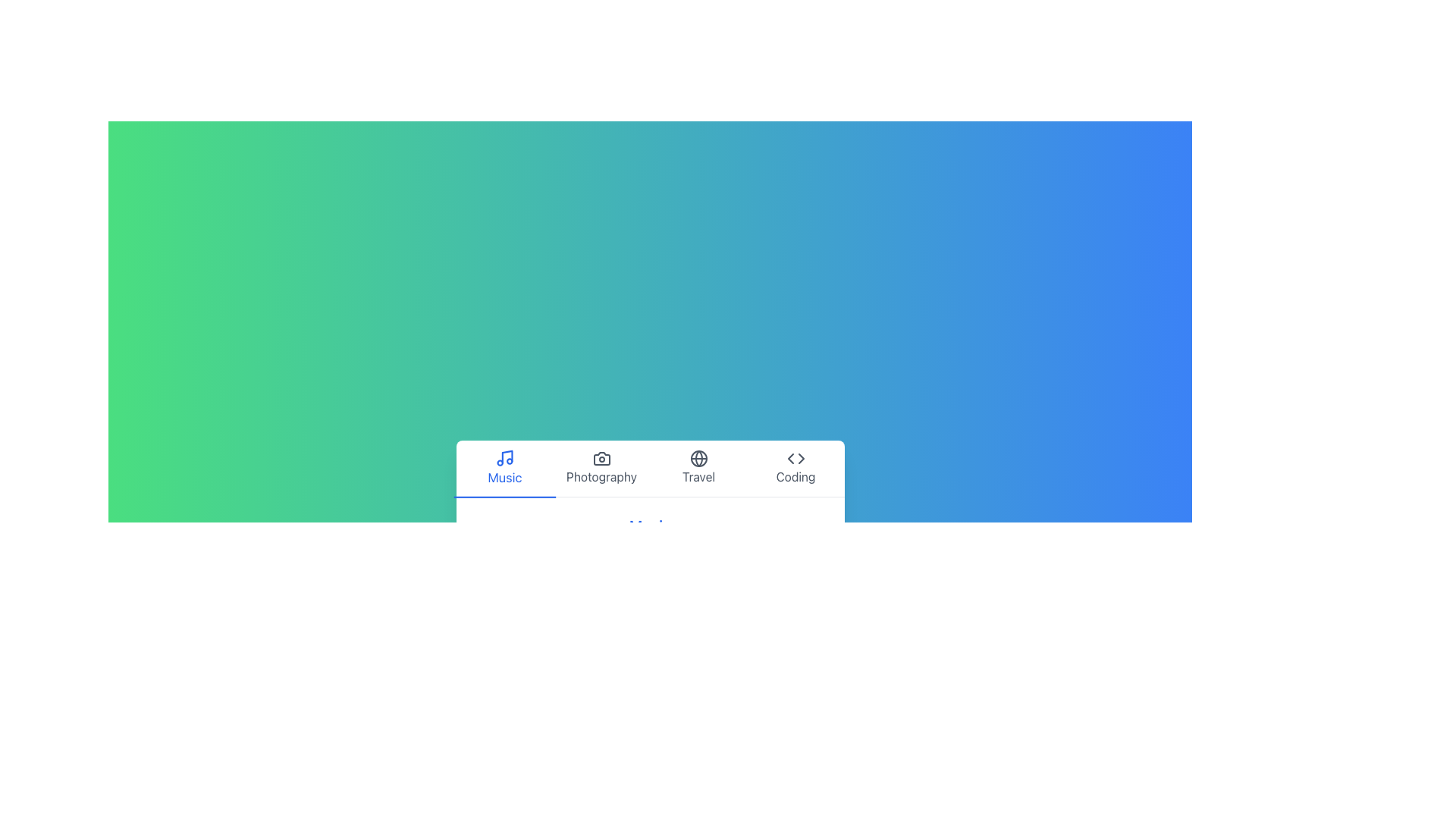  Describe the element at coordinates (650, 529) in the screenshot. I see `the 'Music' tab in the navigation bar of the white rectangular card with rounded corners, which contains options for 'Music', 'Photography', 'Travel', and 'Coding'` at that location.